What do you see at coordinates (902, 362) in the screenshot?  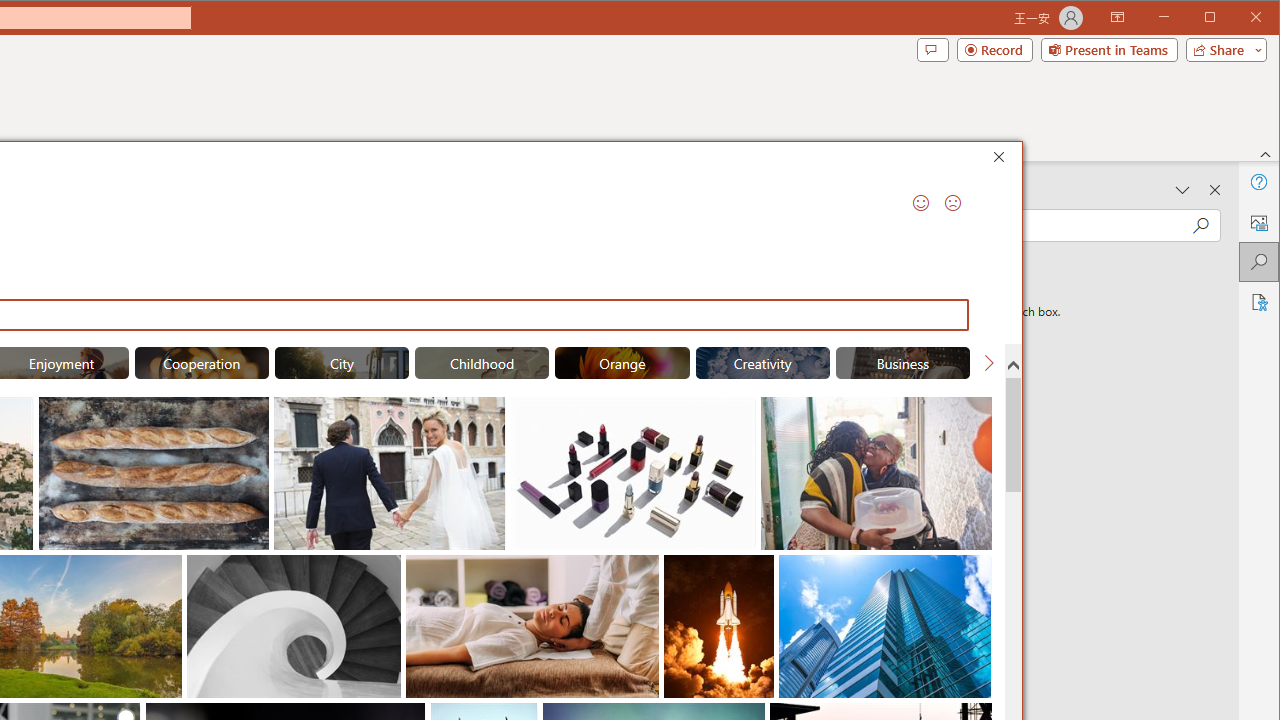 I see `'"Business" Stock Images.'` at bounding box center [902, 362].